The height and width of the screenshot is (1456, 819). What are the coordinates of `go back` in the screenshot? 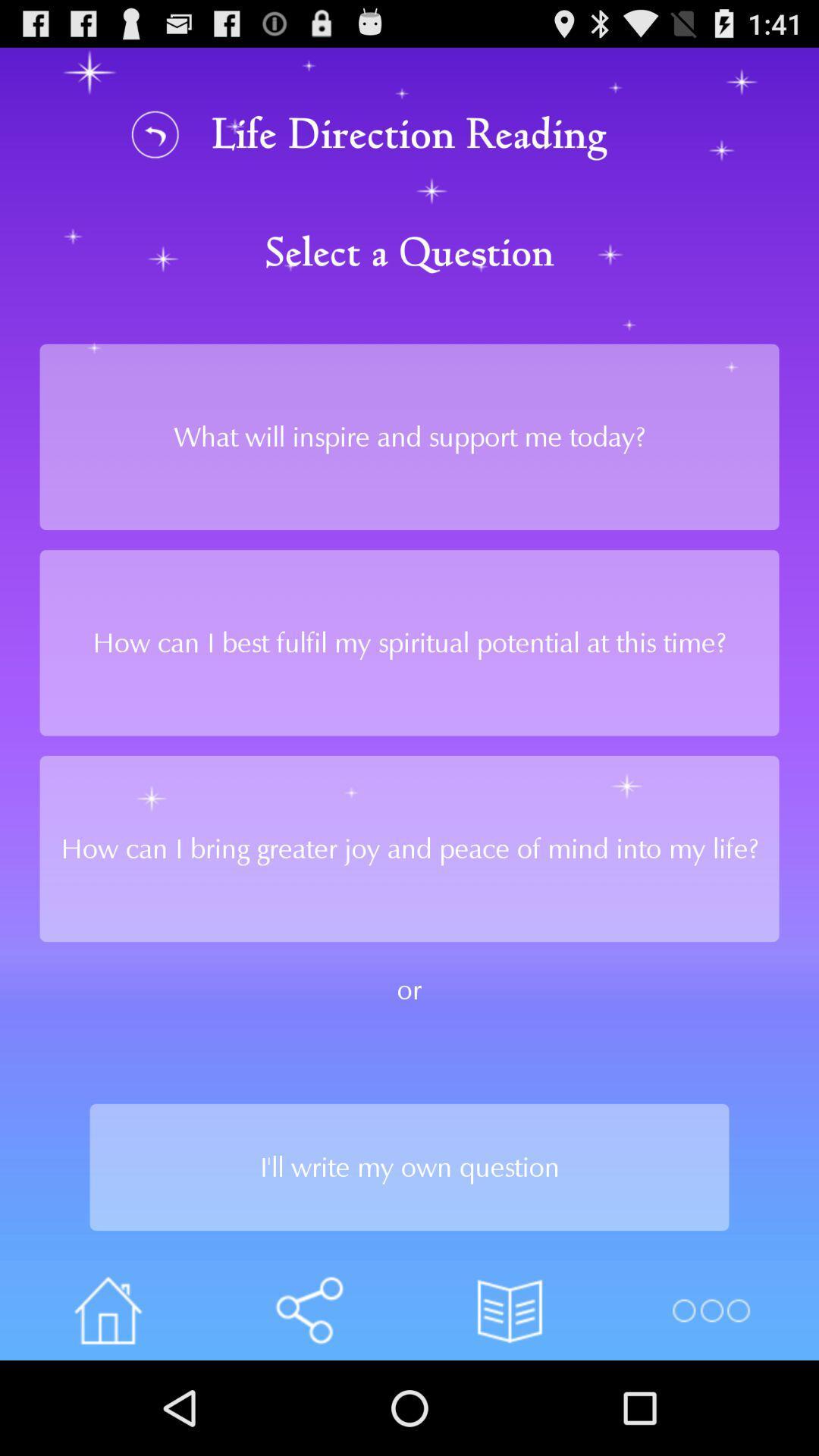 It's located at (155, 134).